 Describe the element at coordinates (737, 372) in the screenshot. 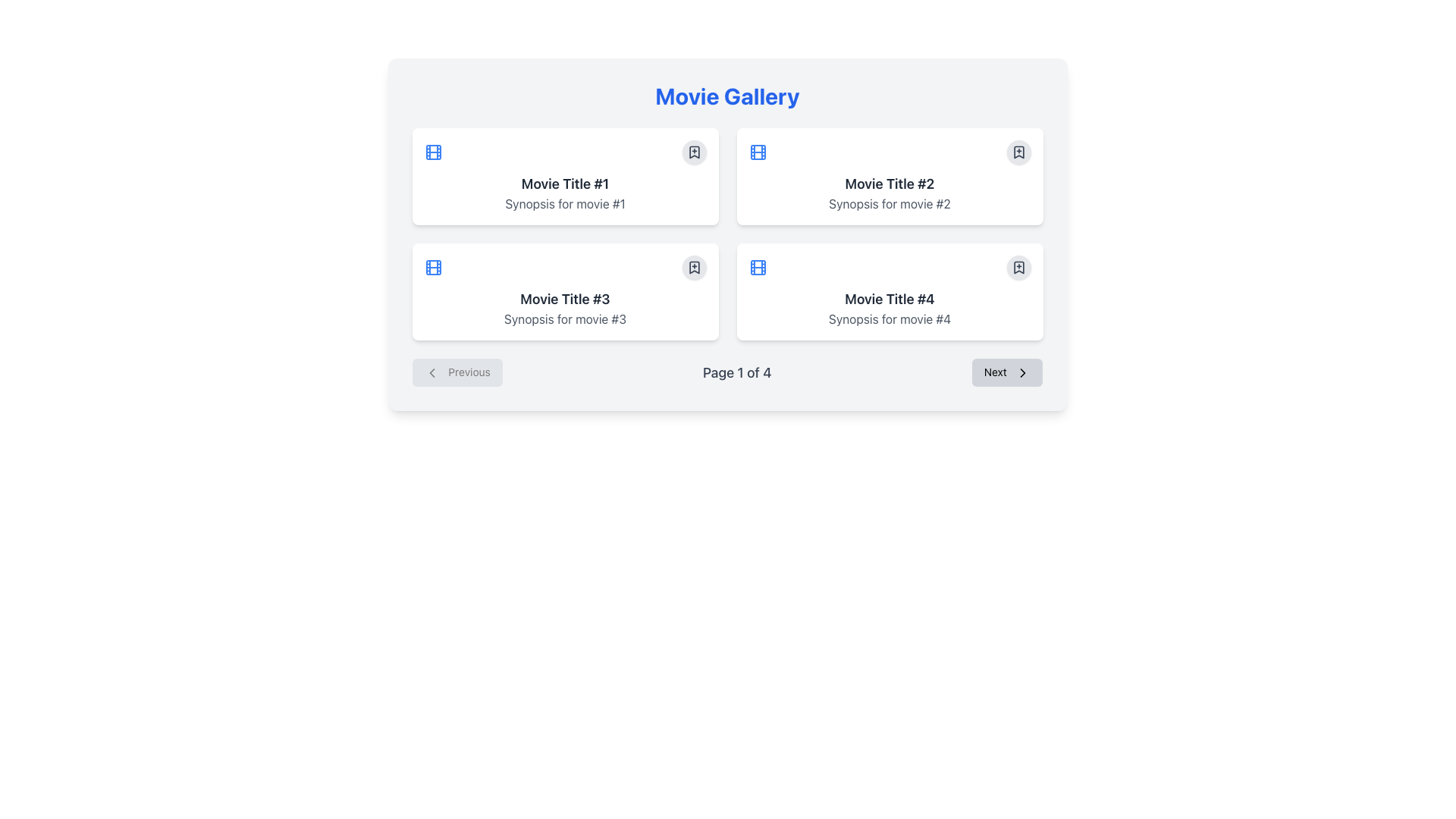

I see `the pagination label displaying 'Page 1 of 4', which is centrally located below the movie grid layout and surrounded by navigation buttons` at that location.